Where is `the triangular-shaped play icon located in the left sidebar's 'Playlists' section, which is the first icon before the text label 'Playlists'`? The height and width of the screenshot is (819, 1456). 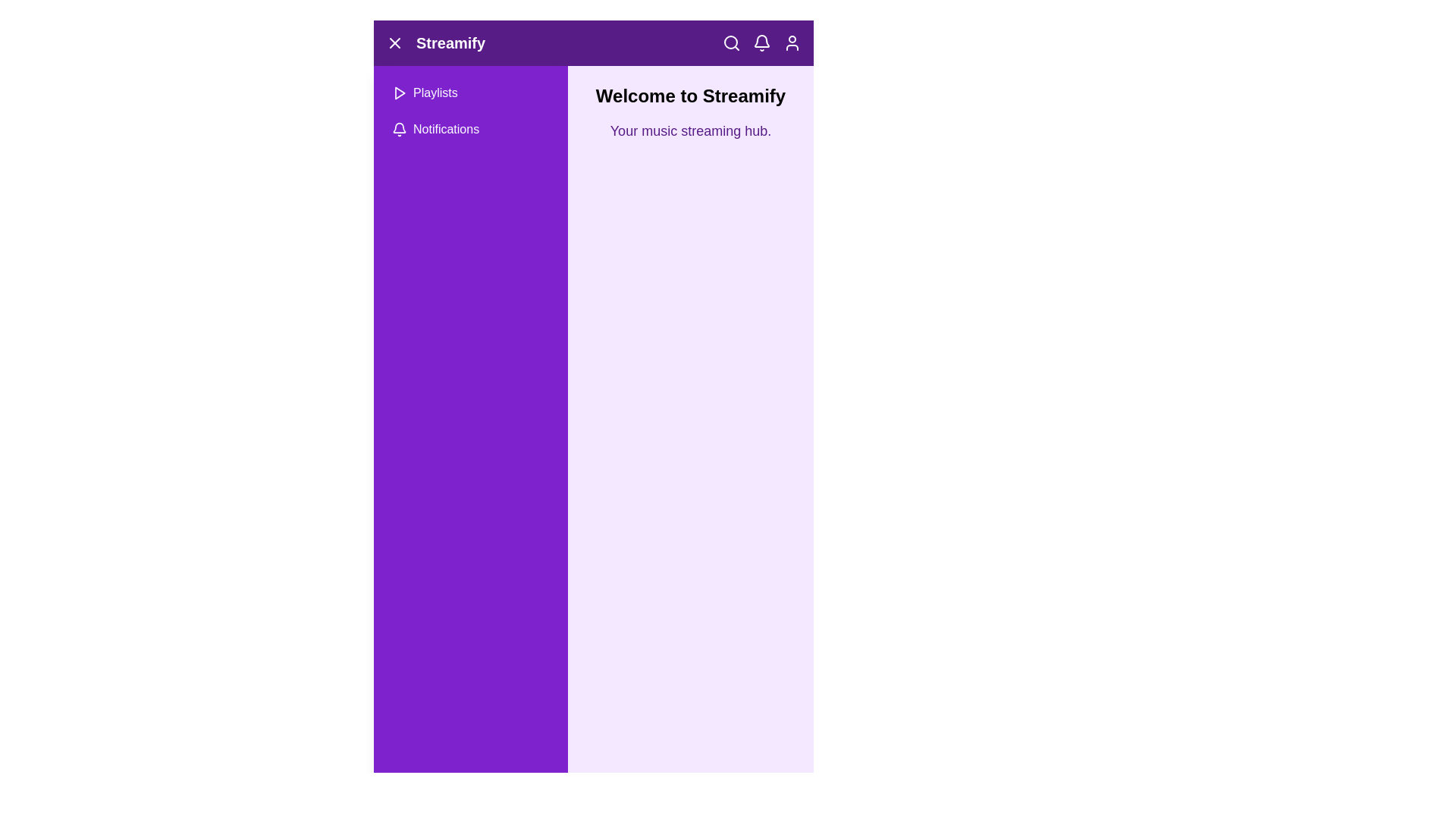 the triangular-shaped play icon located in the left sidebar's 'Playlists' section, which is the first icon before the text label 'Playlists' is located at coordinates (400, 93).